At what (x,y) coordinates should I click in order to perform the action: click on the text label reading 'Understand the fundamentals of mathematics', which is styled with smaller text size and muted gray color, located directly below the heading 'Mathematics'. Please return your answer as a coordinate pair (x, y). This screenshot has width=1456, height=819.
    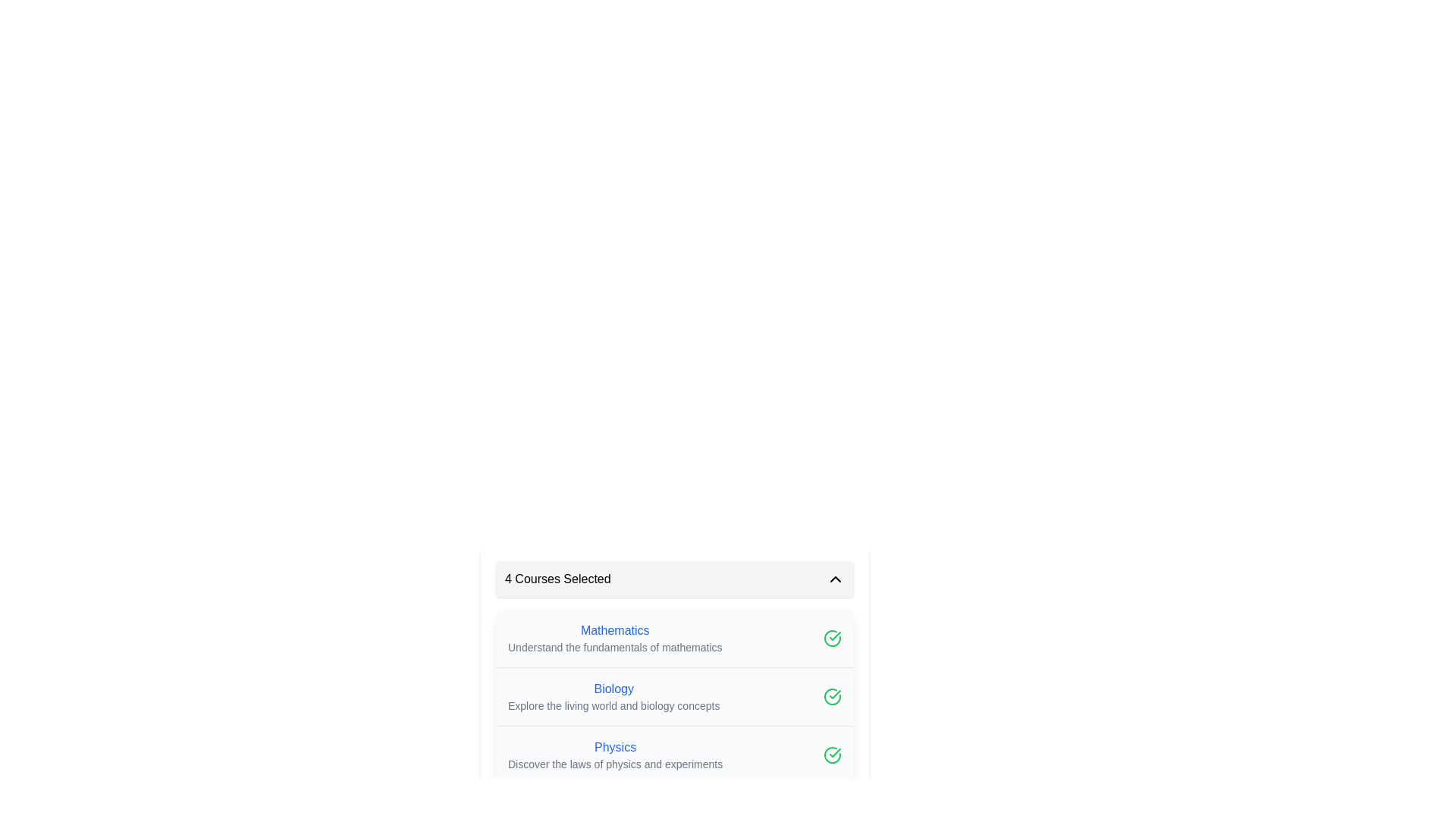
    Looking at the image, I should click on (615, 647).